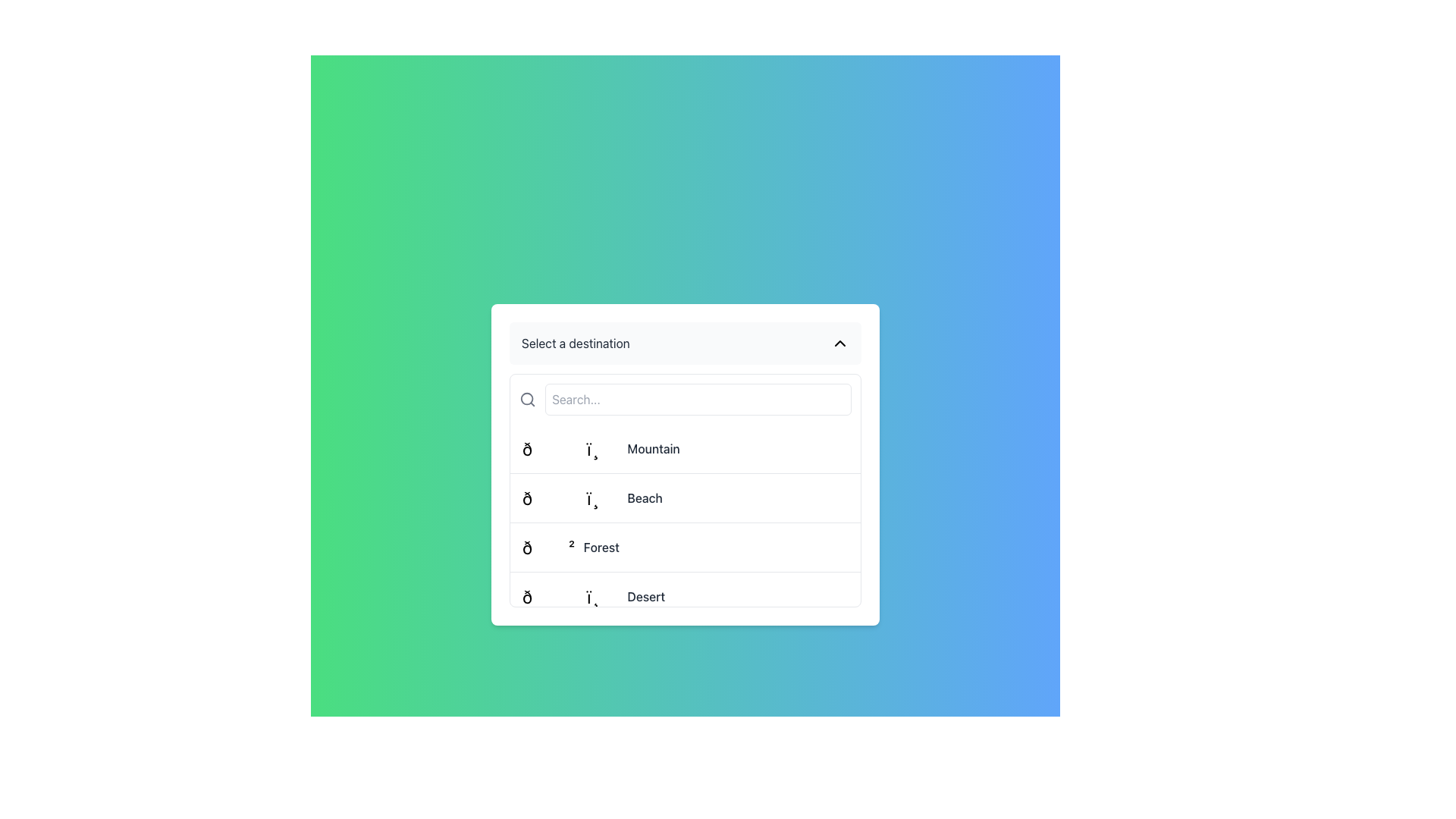 Image resolution: width=1456 pixels, height=819 pixels. Describe the element at coordinates (645, 497) in the screenshot. I see `text displayed as 'Beach' which is a medium-weight dark-gray text component, positioned as the second entry in the dropdown list next to an emoji icon` at that location.